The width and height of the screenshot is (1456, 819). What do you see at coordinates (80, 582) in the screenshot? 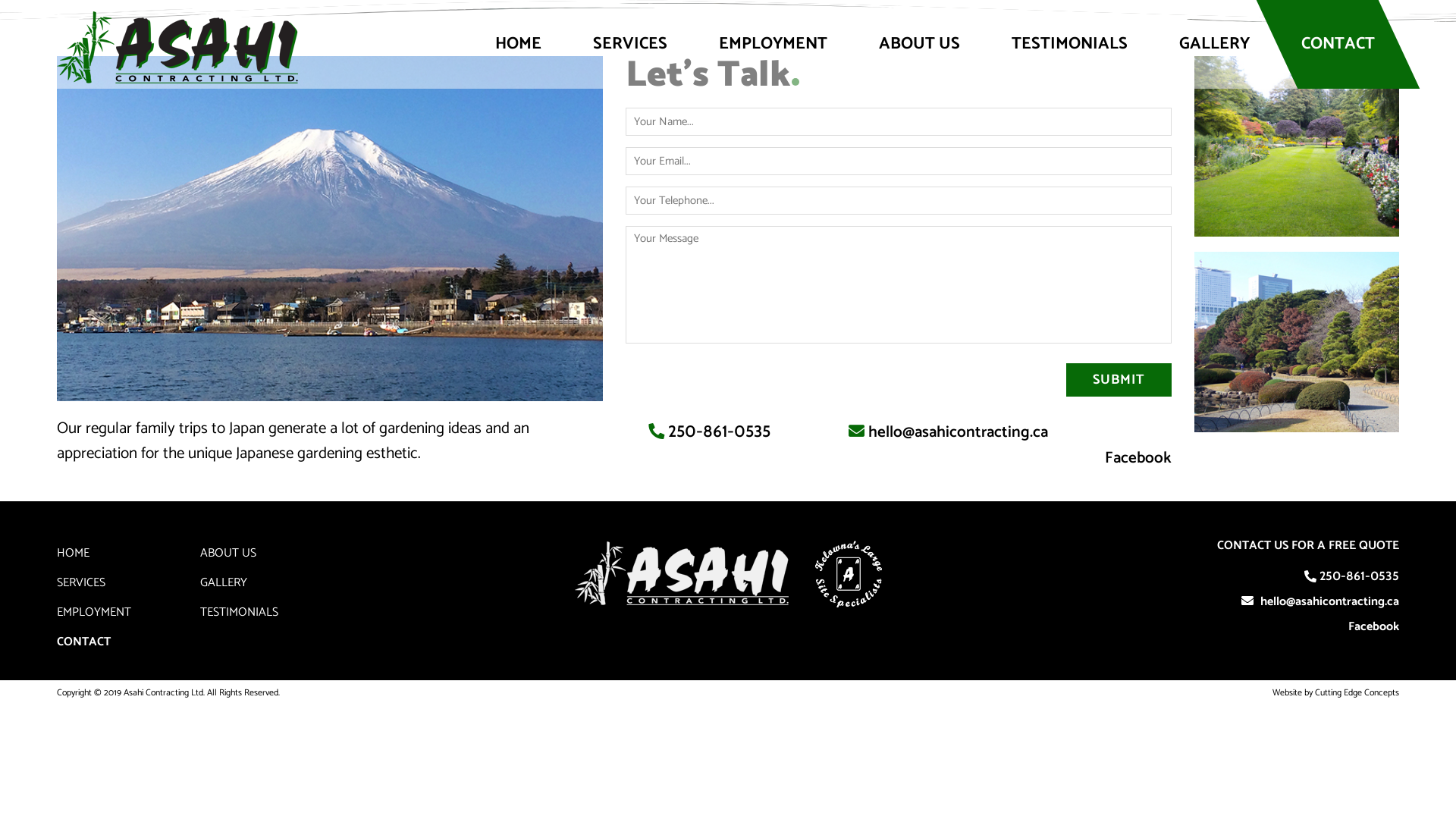
I see `'SERVICES'` at bounding box center [80, 582].